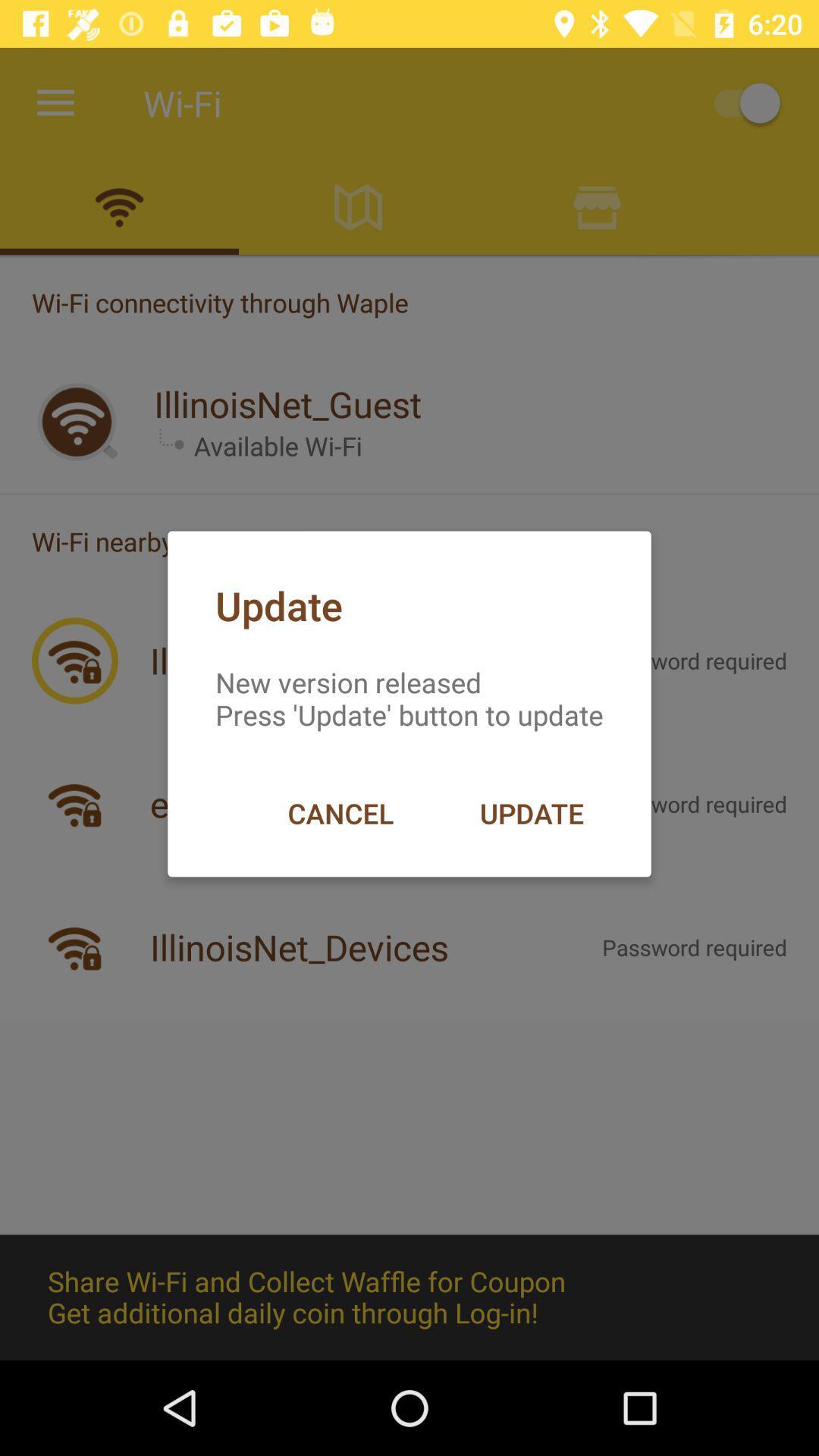 The image size is (819, 1456). Describe the element at coordinates (340, 812) in the screenshot. I see `item below new version released` at that location.